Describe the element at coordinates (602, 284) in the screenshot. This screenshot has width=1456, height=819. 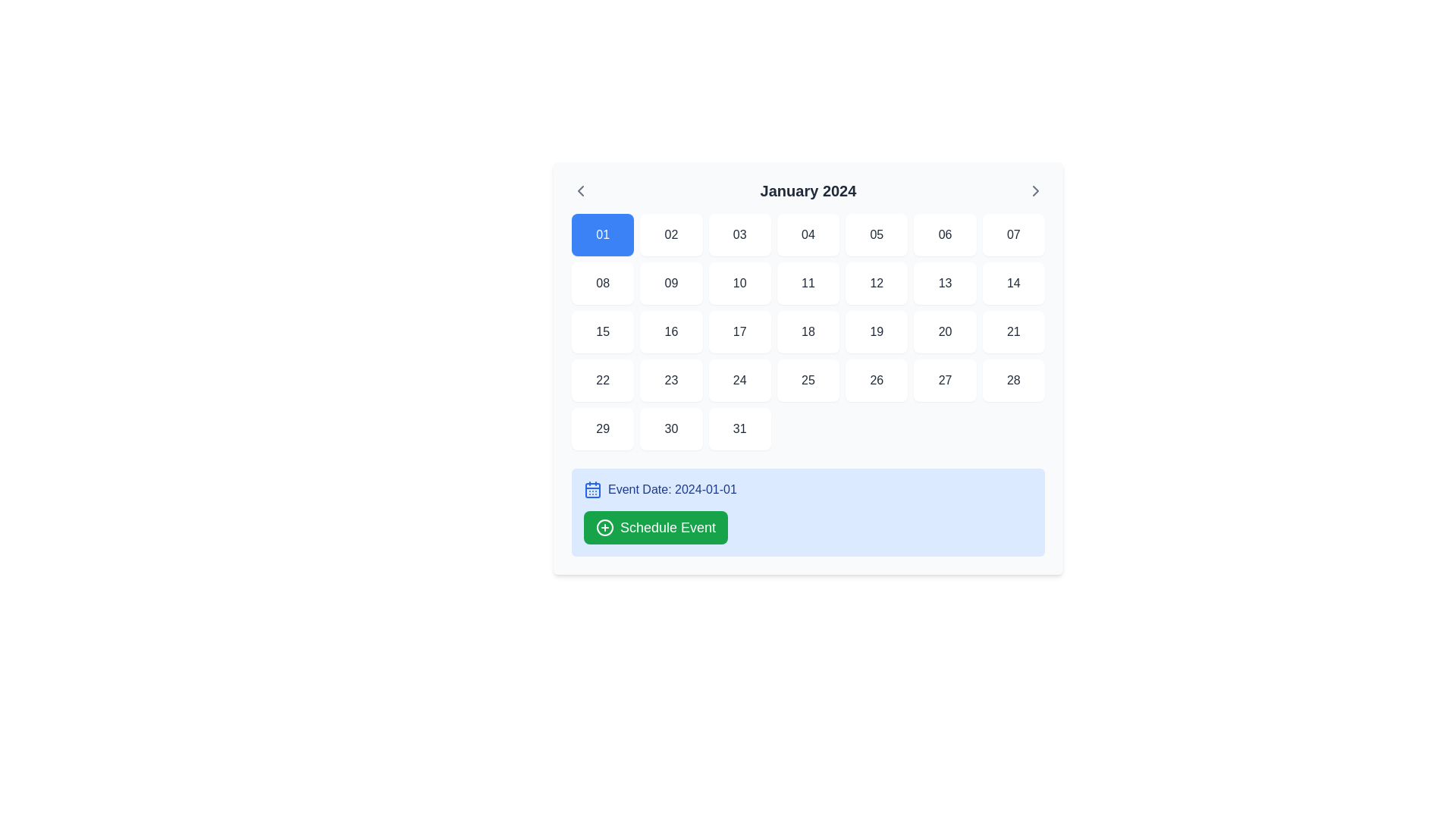
I see `the square button labeled '08' in the calendar grid` at that location.